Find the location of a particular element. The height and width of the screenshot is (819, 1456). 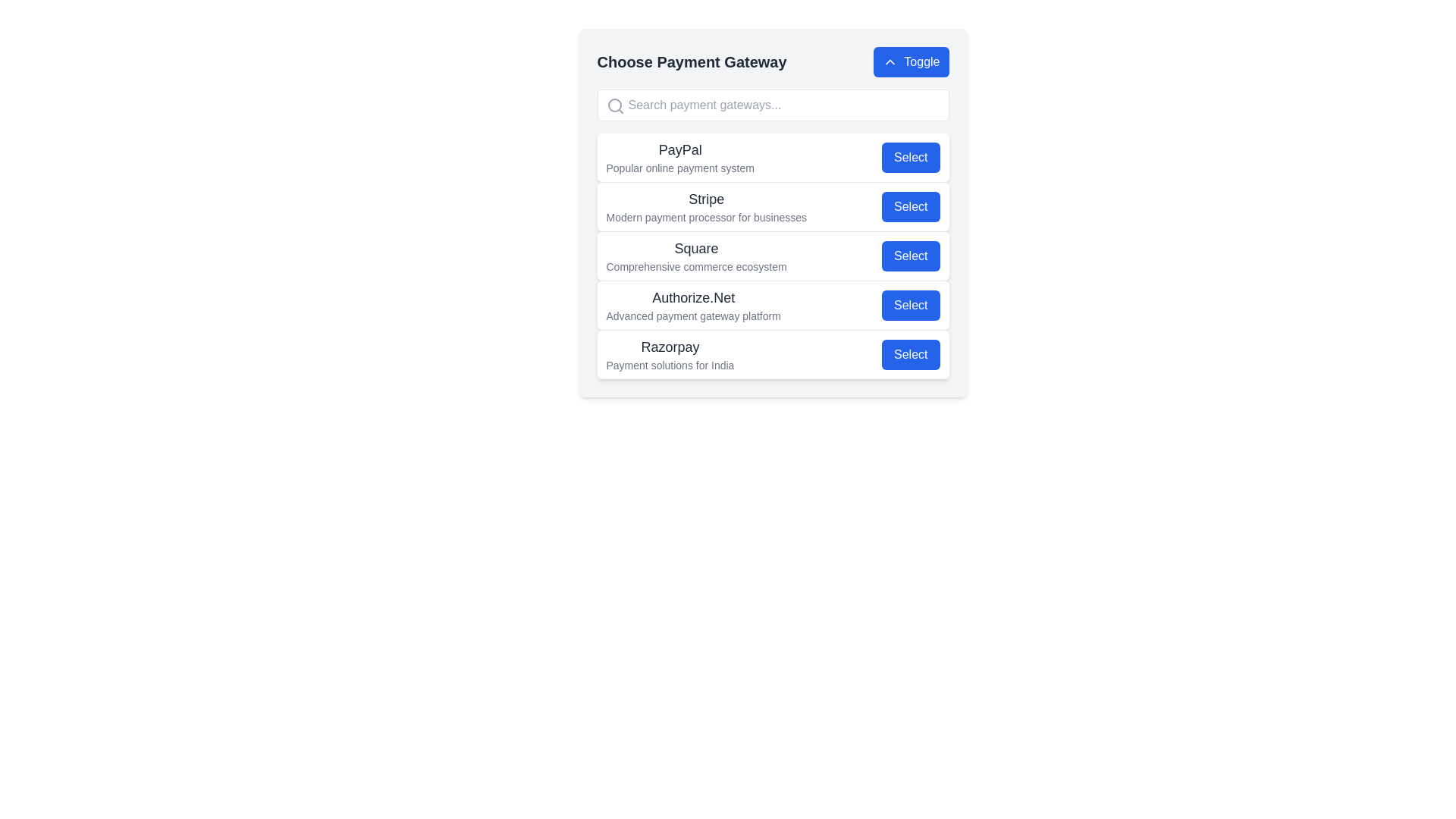

the Text label that names a payment gateway option, positioned centrally above its sibling element in a two-line description is located at coordinates (705, 198).